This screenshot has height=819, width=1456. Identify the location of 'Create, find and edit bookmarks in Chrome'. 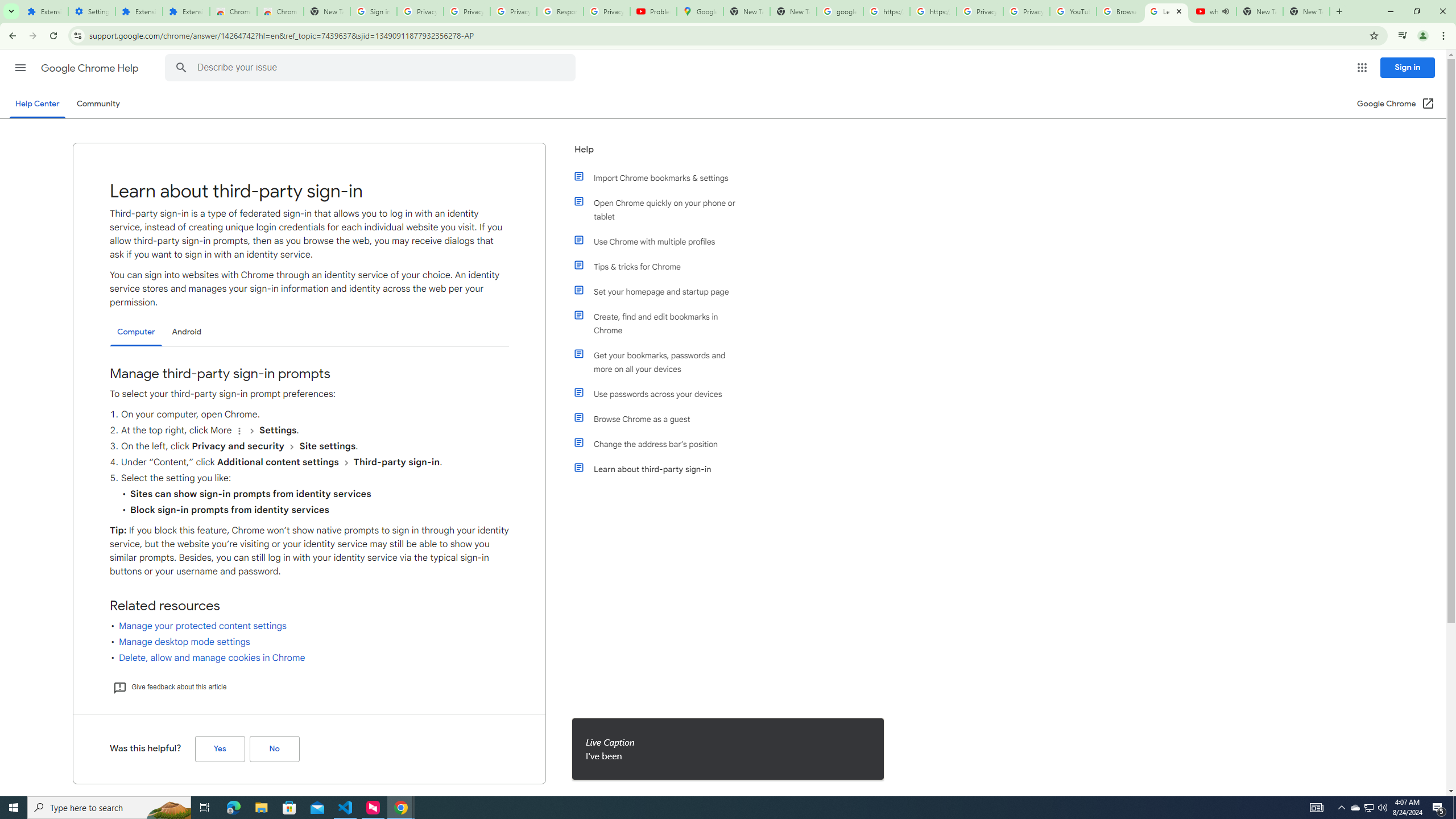
(661, 323).